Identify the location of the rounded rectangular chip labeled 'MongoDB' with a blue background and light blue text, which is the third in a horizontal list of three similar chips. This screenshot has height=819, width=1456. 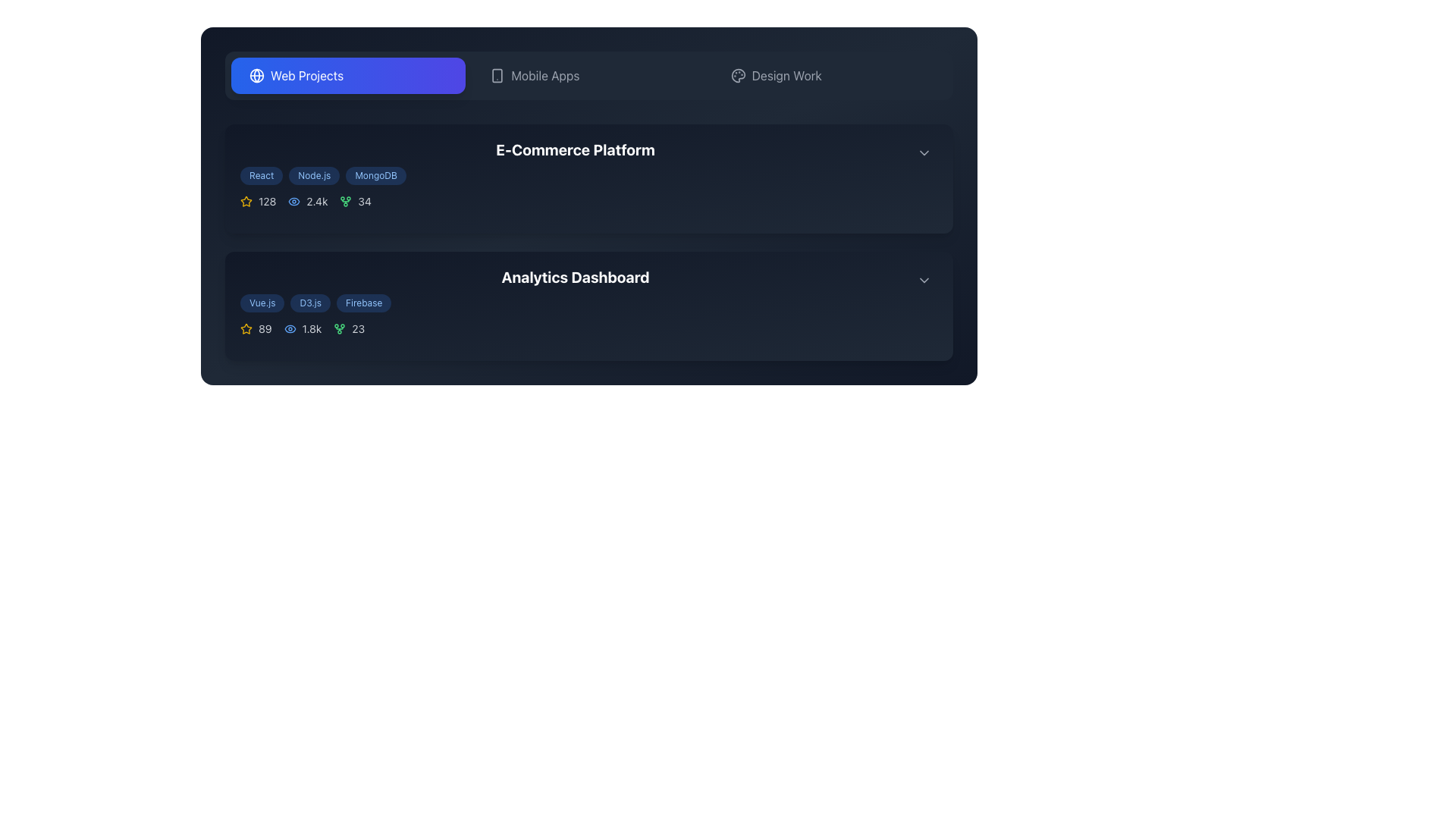
(376, 174).